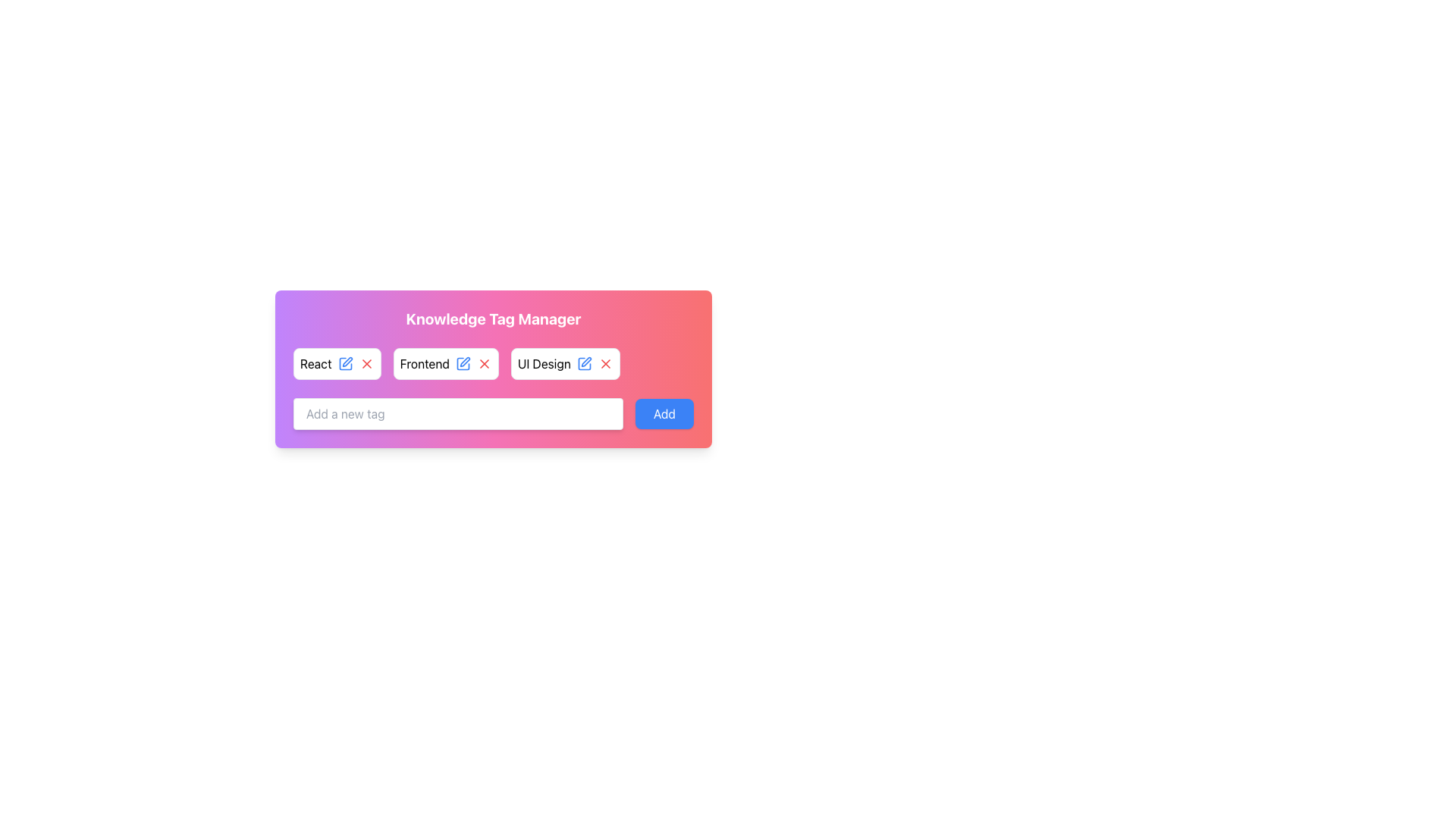  Describe the element at coordinates (483, 363) in the screenshot. I see `the small red 'X' icon button located inside the 'Frontend' tag` at that location.